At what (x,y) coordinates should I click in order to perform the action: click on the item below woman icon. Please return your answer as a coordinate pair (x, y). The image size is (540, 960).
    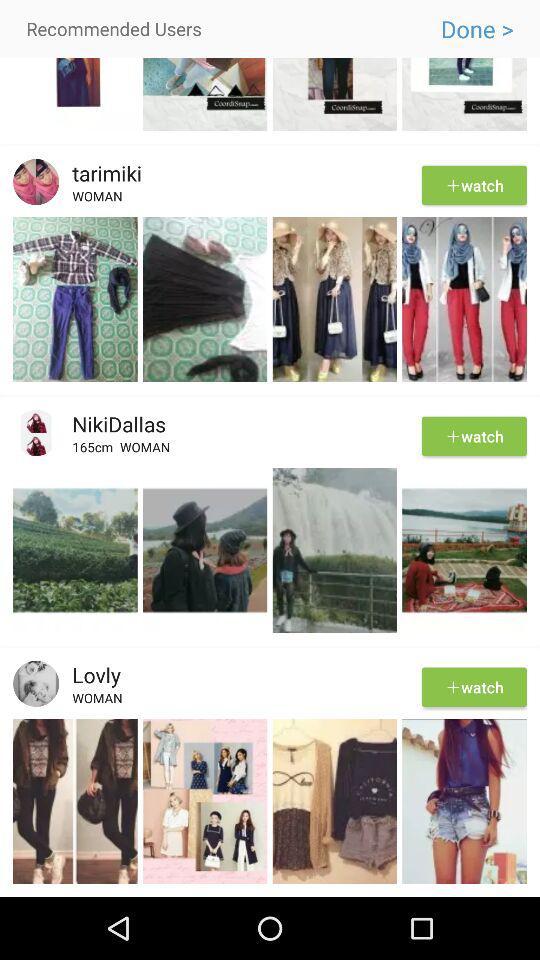
    Looking at the image, I should click on (270, 716).